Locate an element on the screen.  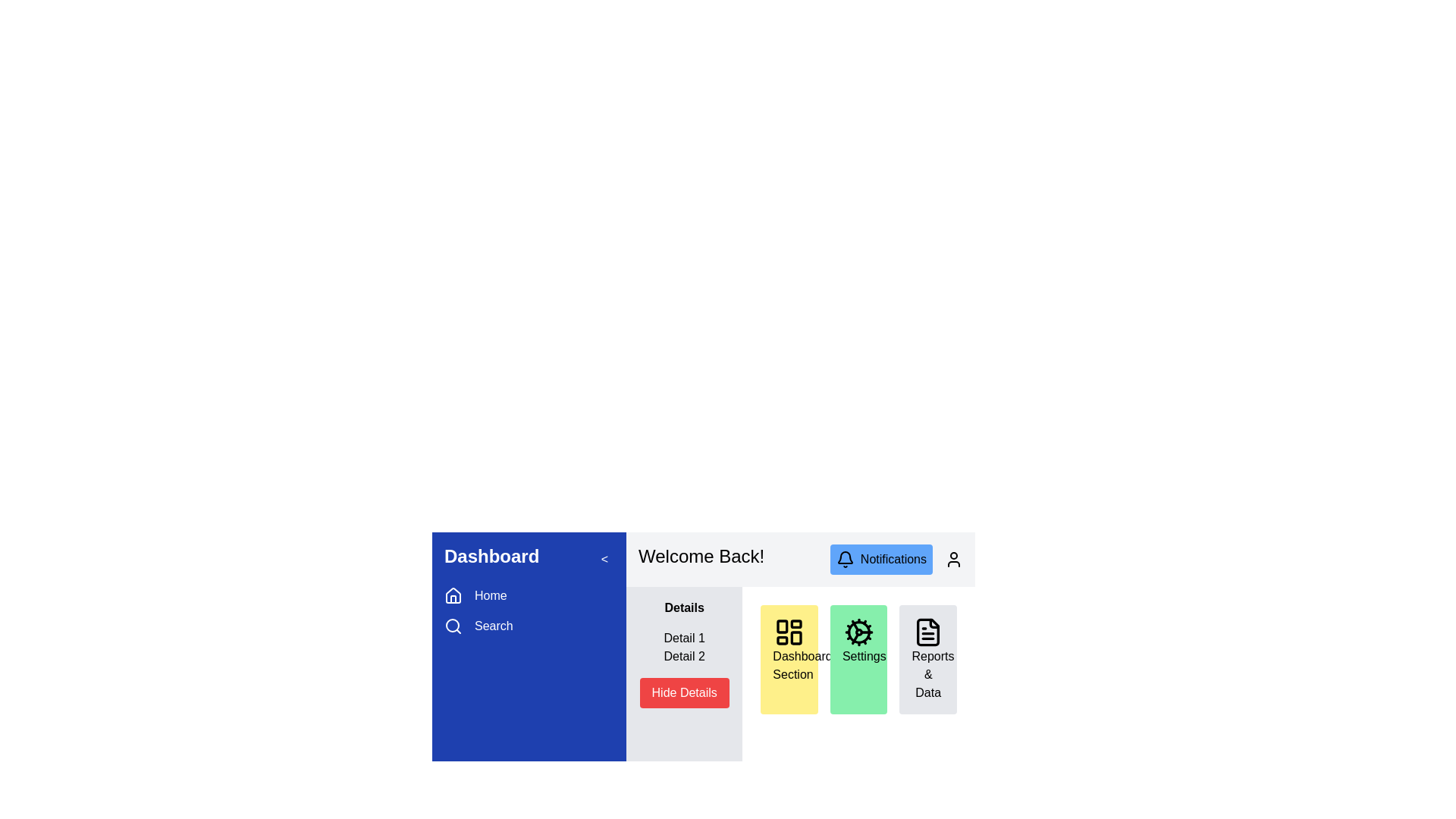
the house icon in the navigation sidebar, which is styled in white on a blue background and symbolizes the home or main page is located at coordinates (453, 595).